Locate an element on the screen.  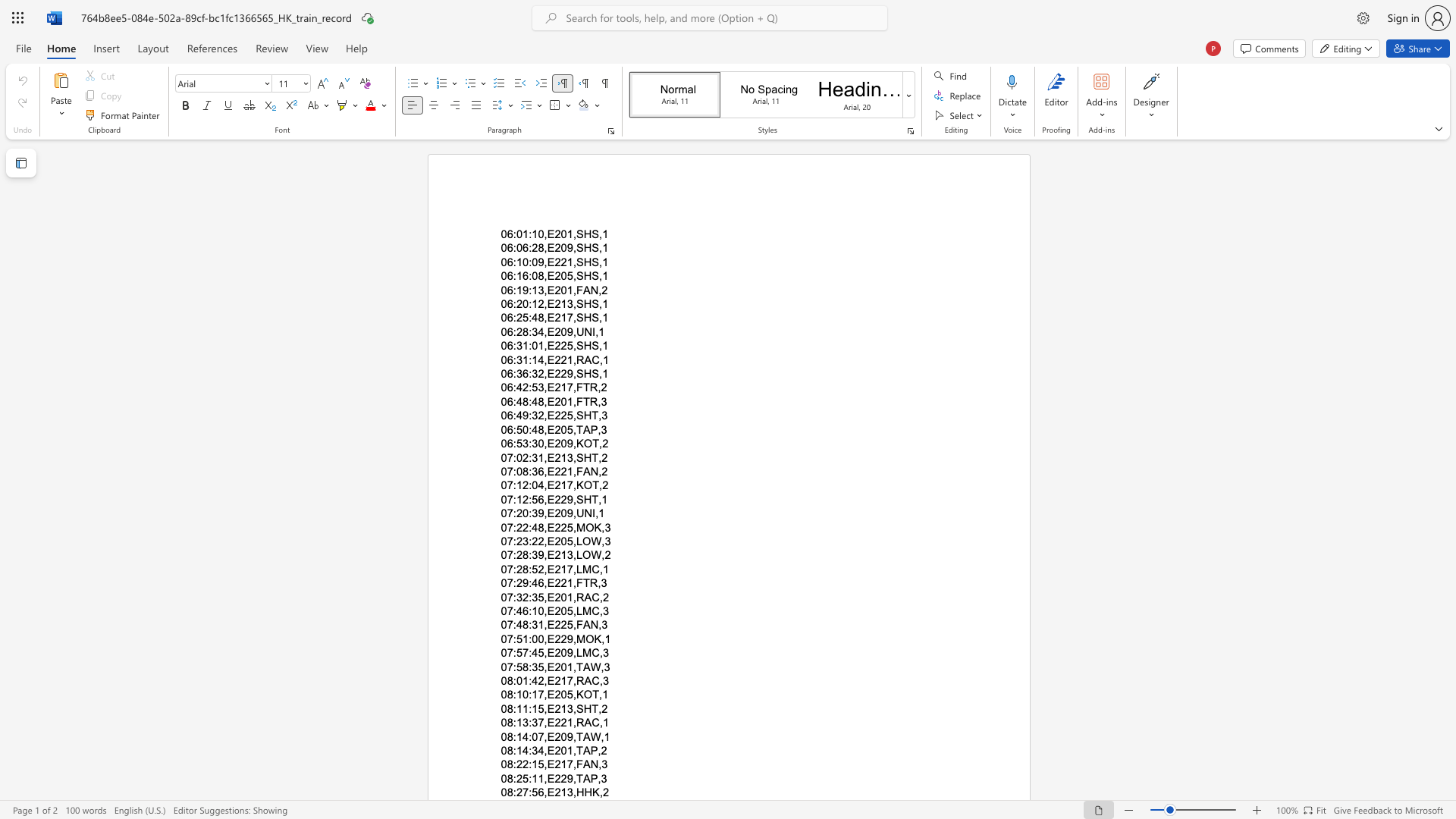
the subset text ",E" within the text "07:51:00,E229,MOK,1" is located at coordinates (544, 639).